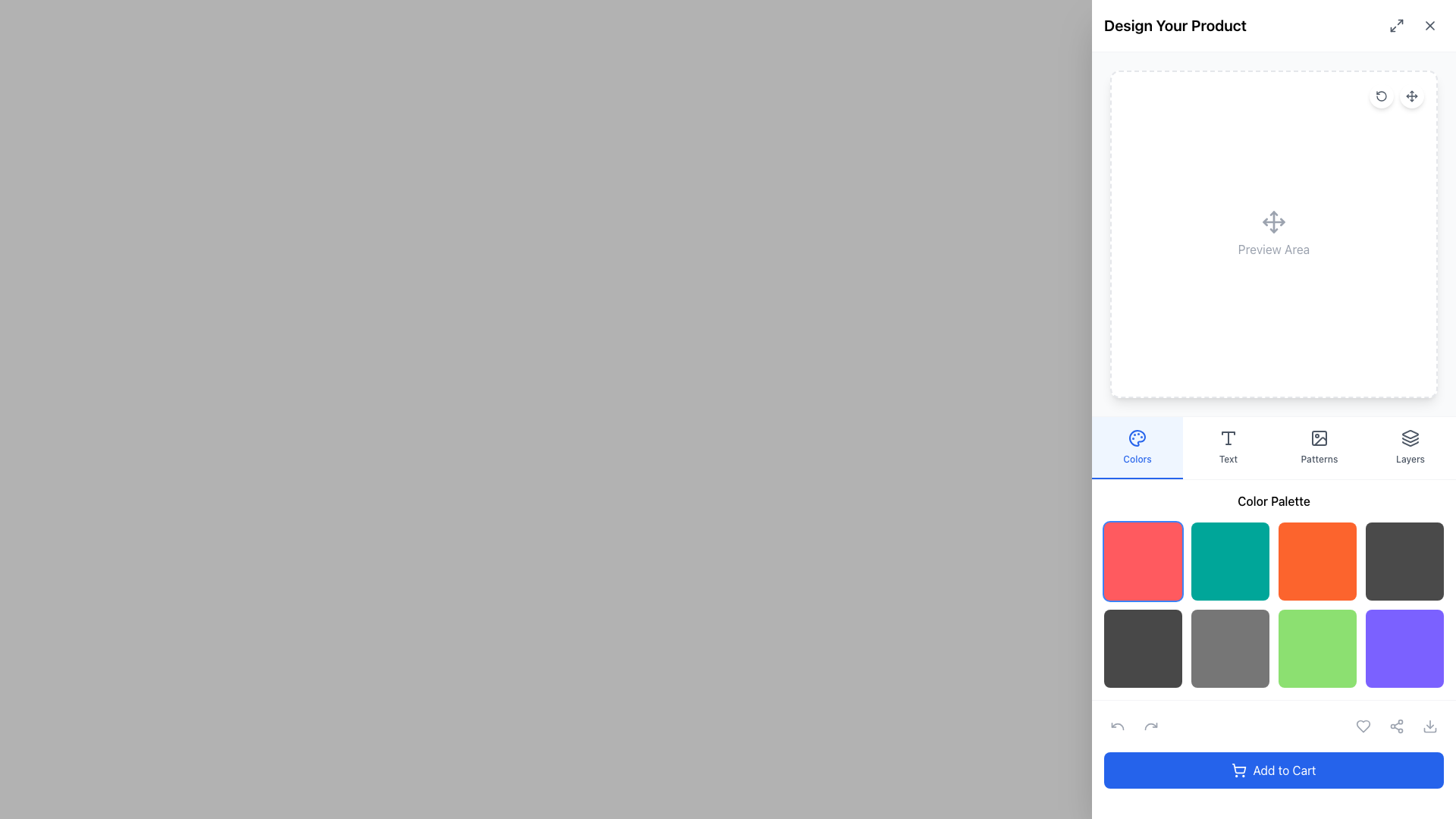  Describe the element at coordinates (1396, 725) in the screenshot. I see `the network/share icon located in the bottom-right corner of the interface, directly to the right of the heart-shaped icon` at that location.